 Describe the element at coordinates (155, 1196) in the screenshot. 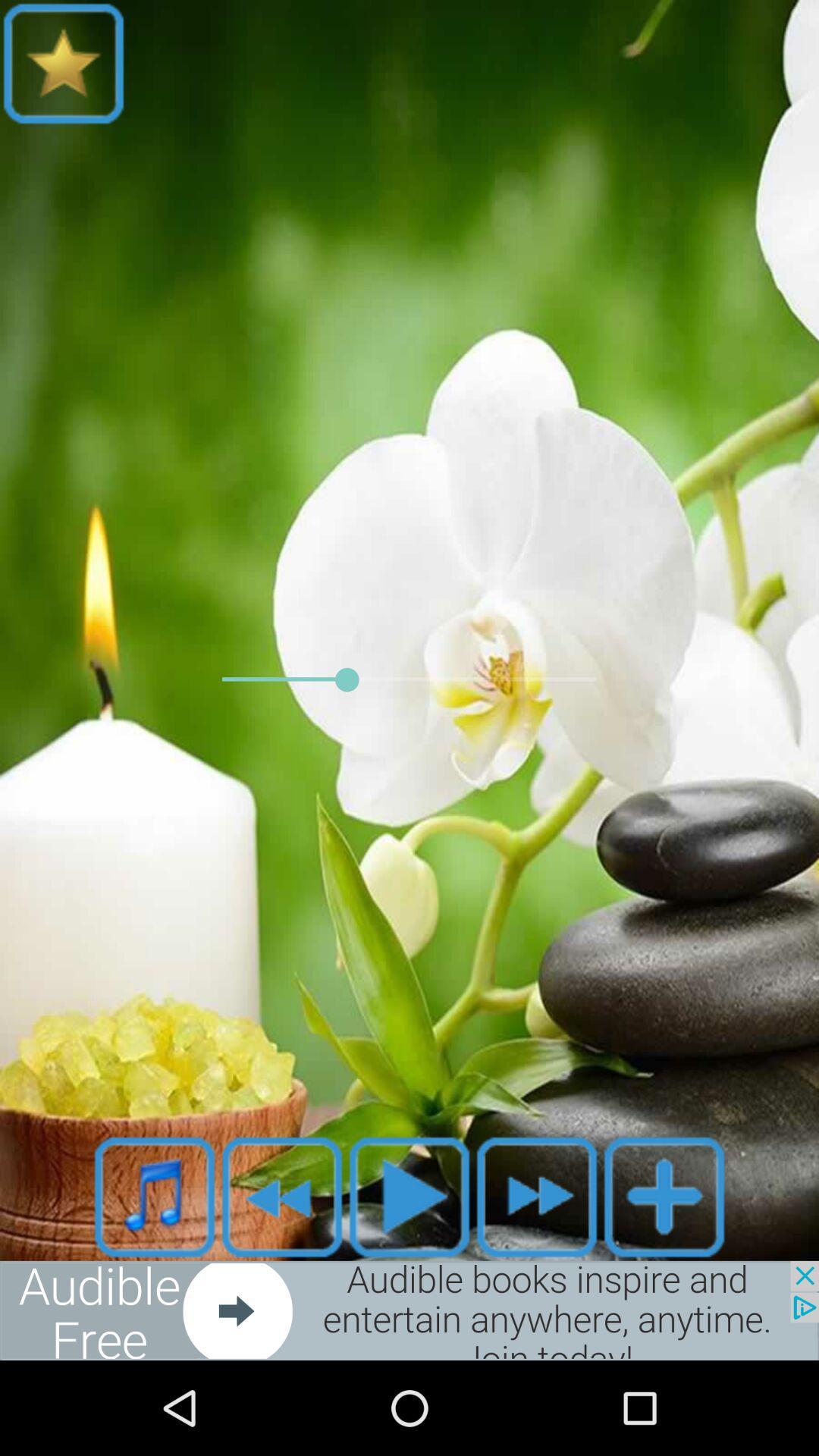

I see `open music list` at that location.